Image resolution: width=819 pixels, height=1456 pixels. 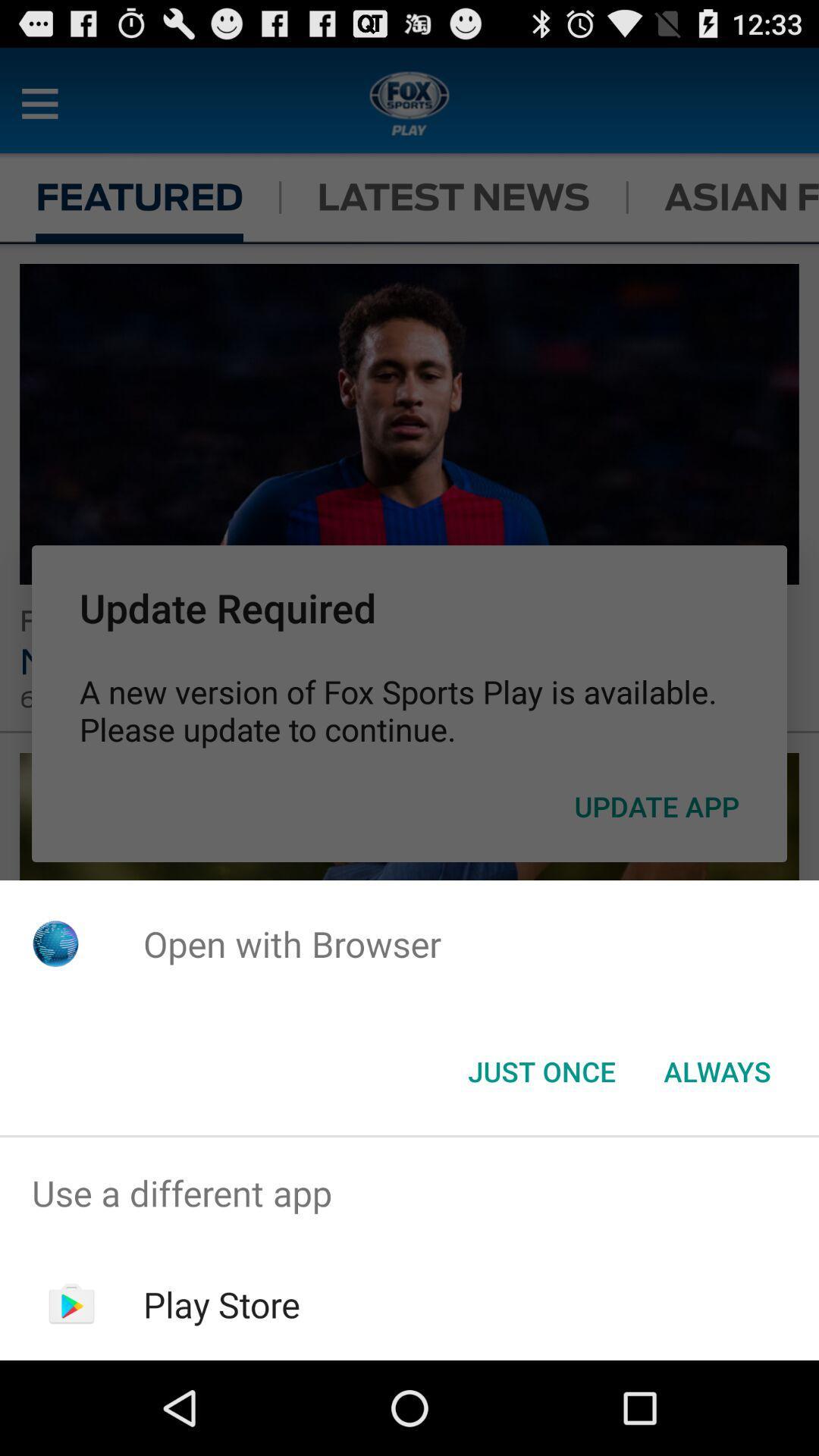 I want to click on always at the bottom right corner, so click(x=717, y=1070).